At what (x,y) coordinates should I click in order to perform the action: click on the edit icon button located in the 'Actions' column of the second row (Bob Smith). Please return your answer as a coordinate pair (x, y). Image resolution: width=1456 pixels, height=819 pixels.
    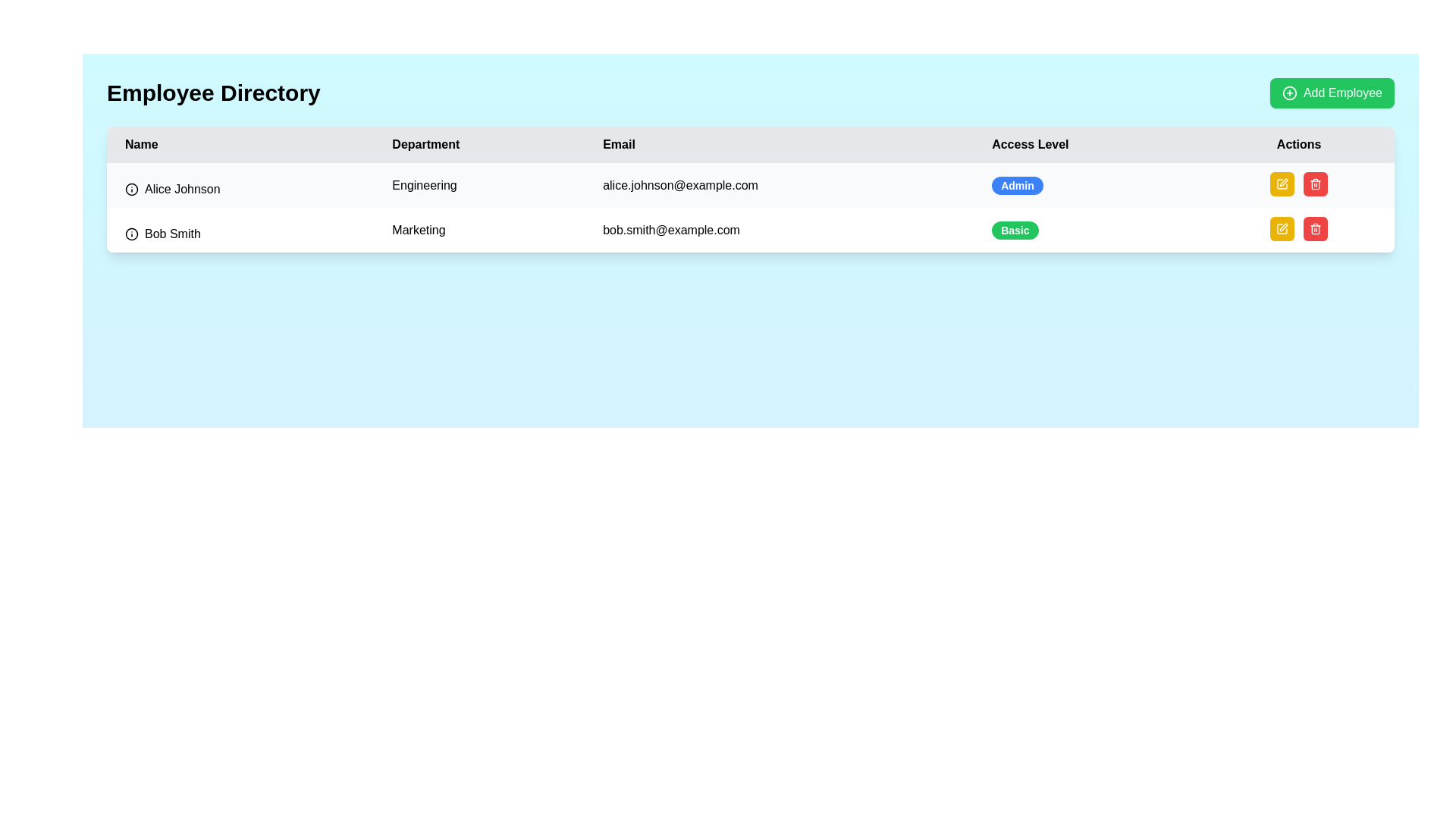
    Looking at the image, I should click on (1282, 228).